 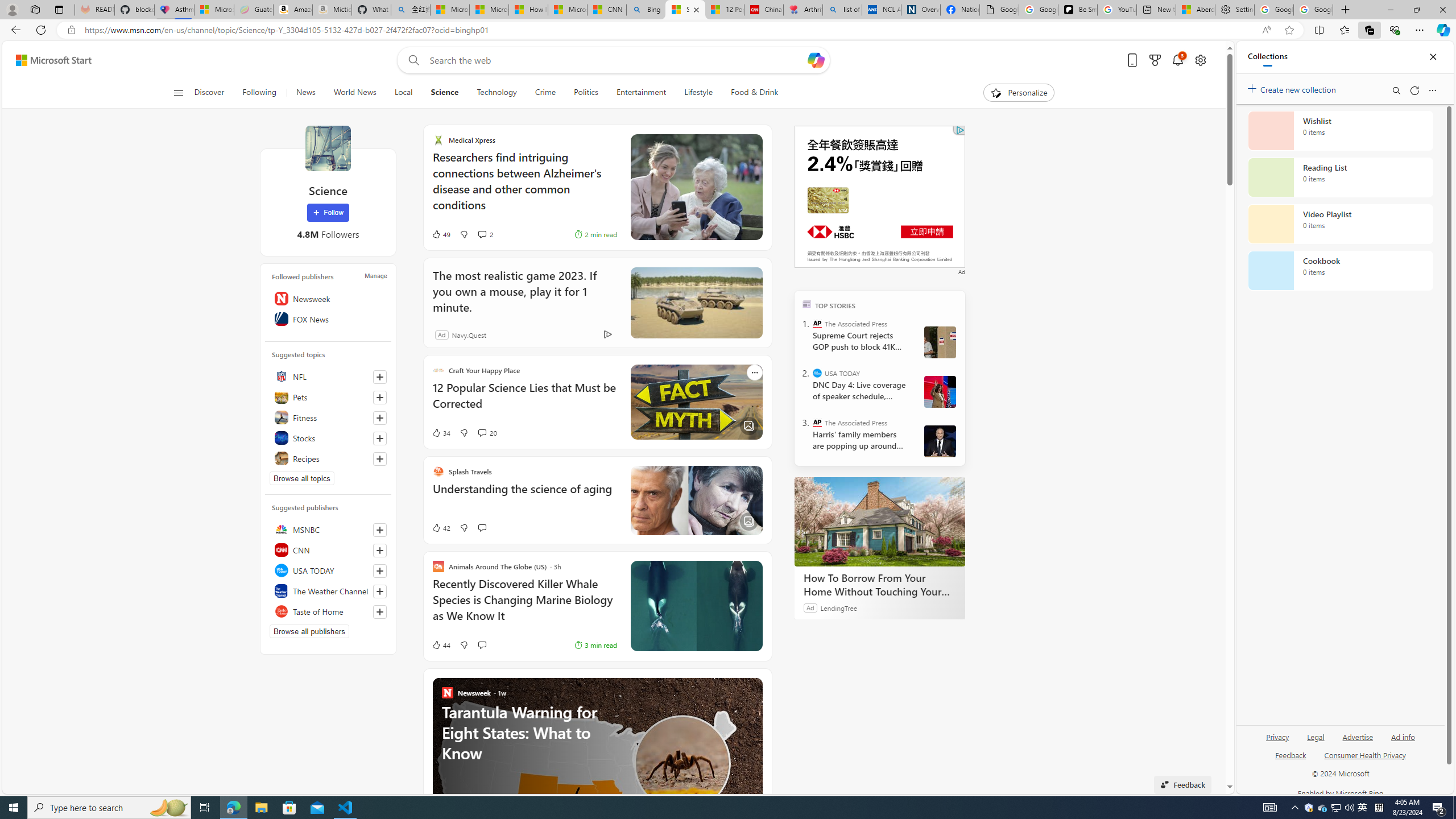 I want to click on 'Lifestyle', so click(x=698, y=92).